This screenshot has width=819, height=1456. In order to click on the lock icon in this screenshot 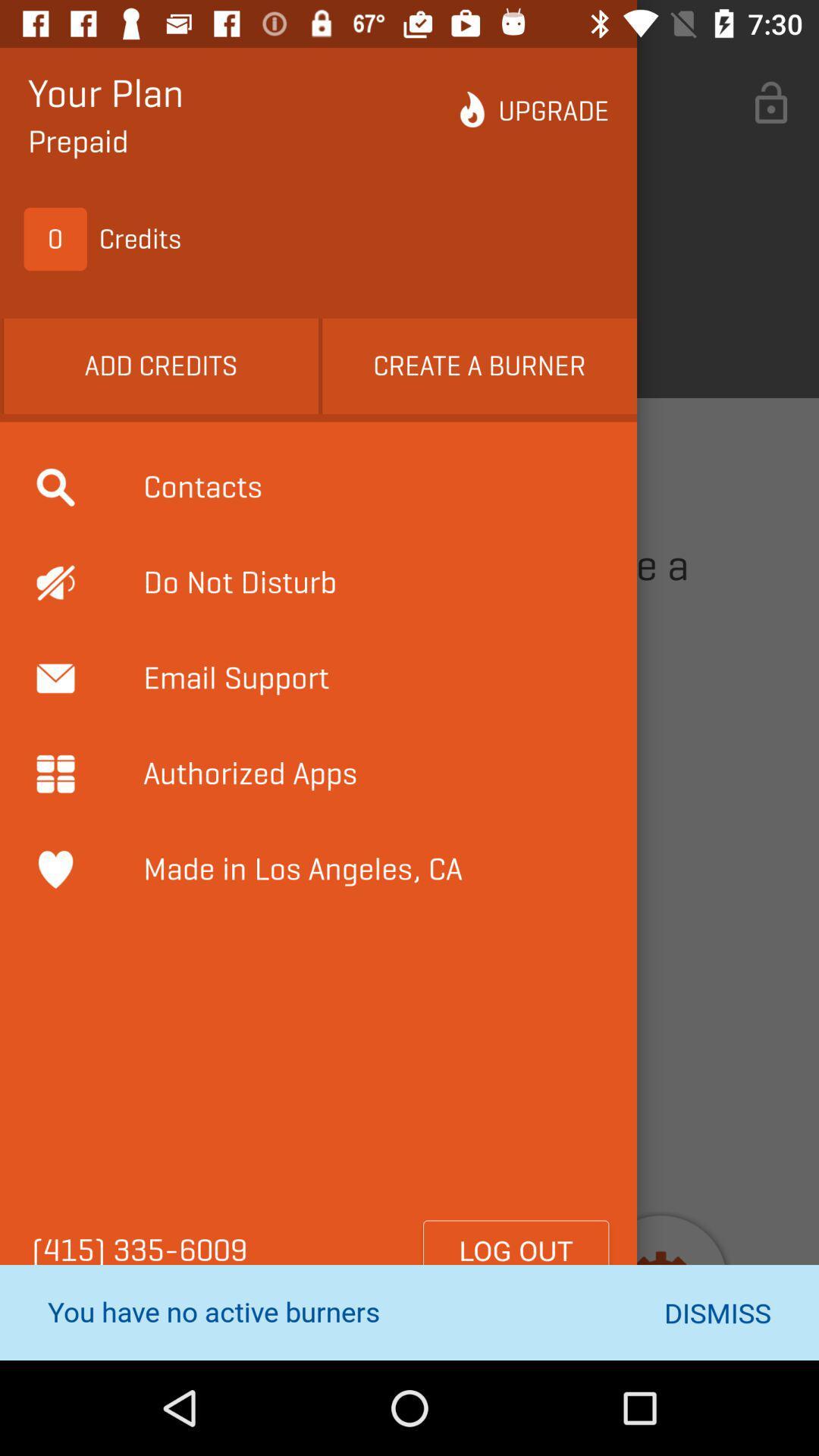, I will do `click(771, 103)`.